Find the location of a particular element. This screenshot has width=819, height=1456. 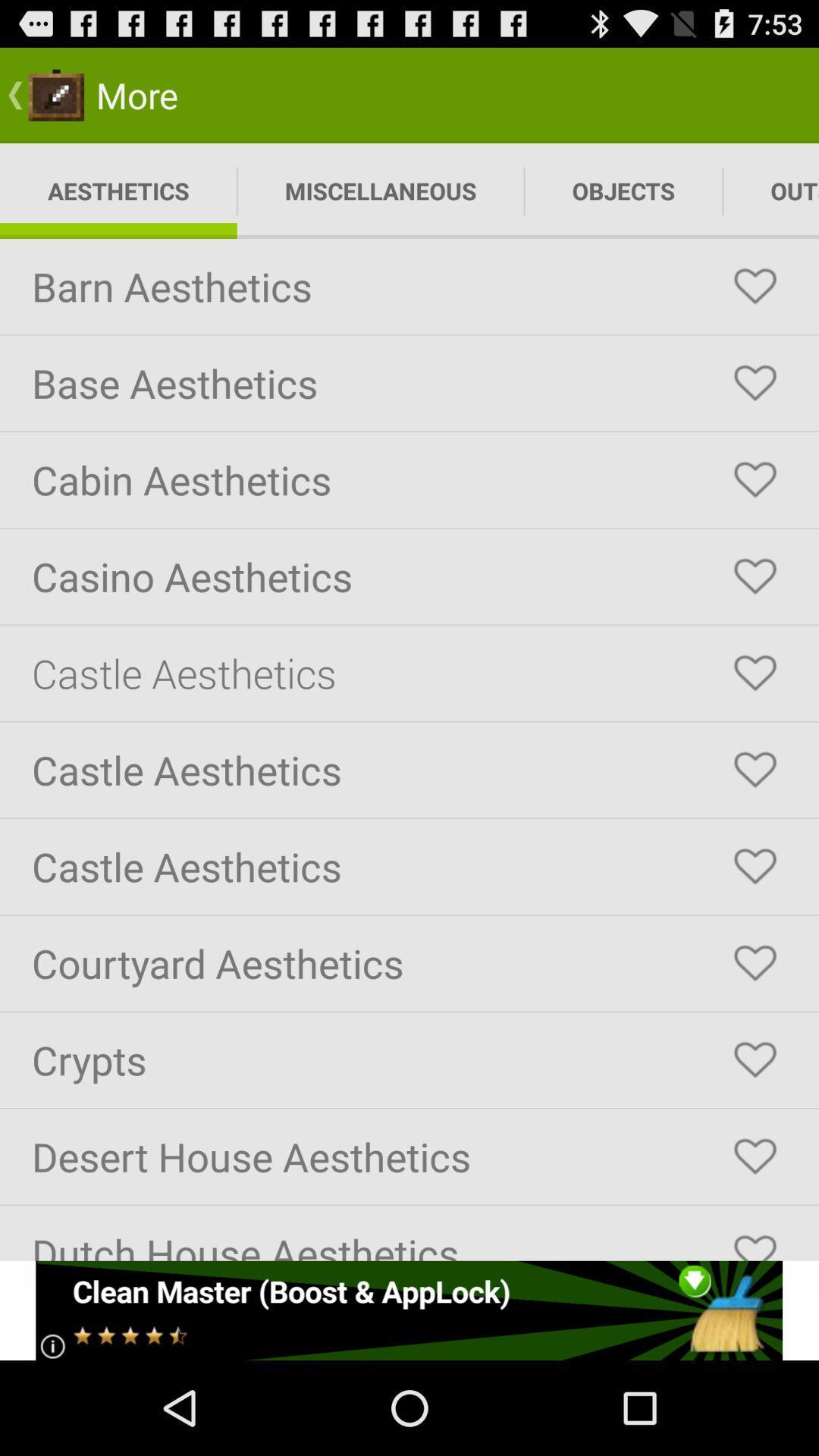

the base aesthetic is located at coordinates (755, 383).